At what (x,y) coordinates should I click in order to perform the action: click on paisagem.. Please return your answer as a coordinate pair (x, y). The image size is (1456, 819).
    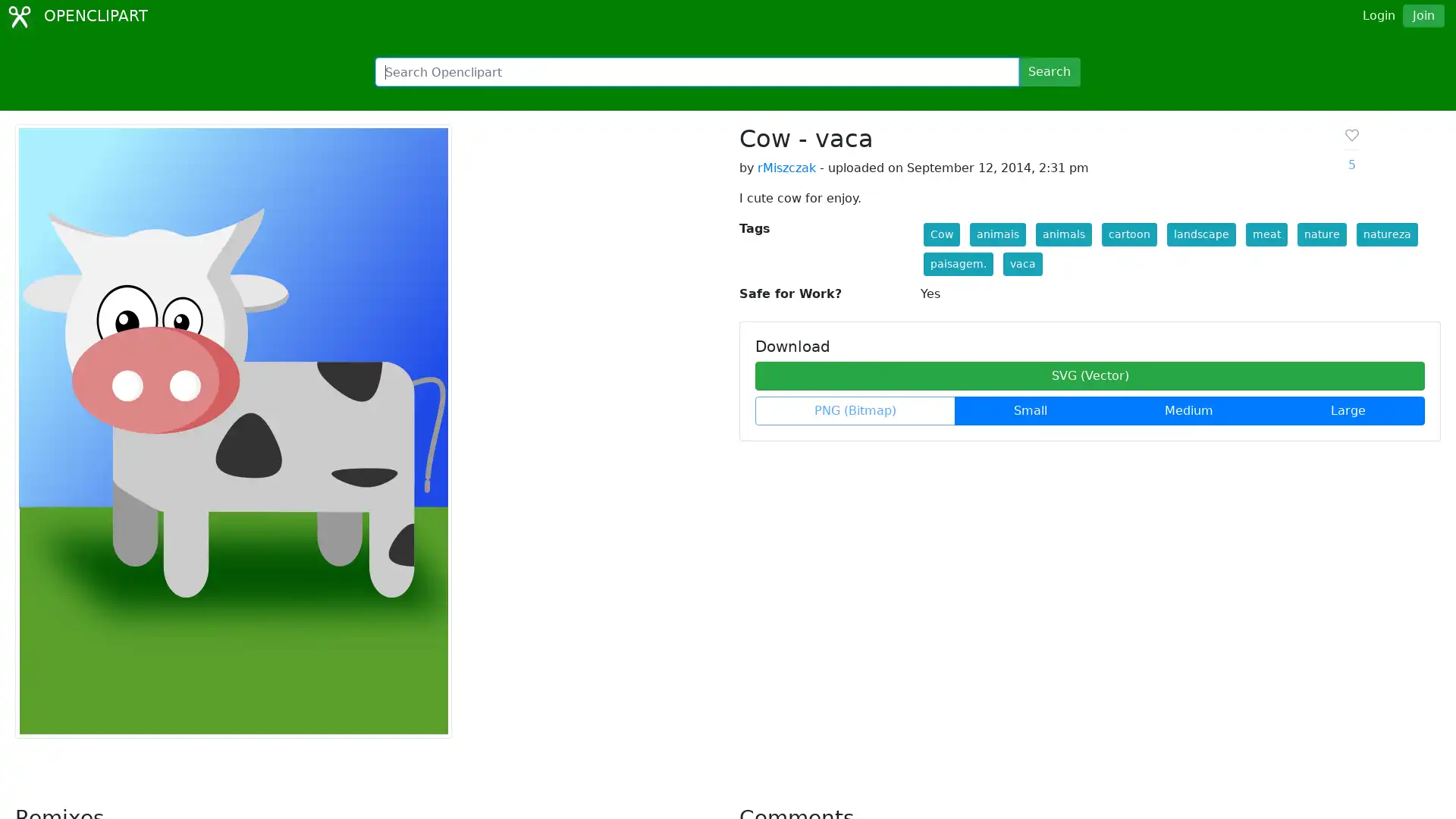
    Looking at the image, I should click on (956, 263).